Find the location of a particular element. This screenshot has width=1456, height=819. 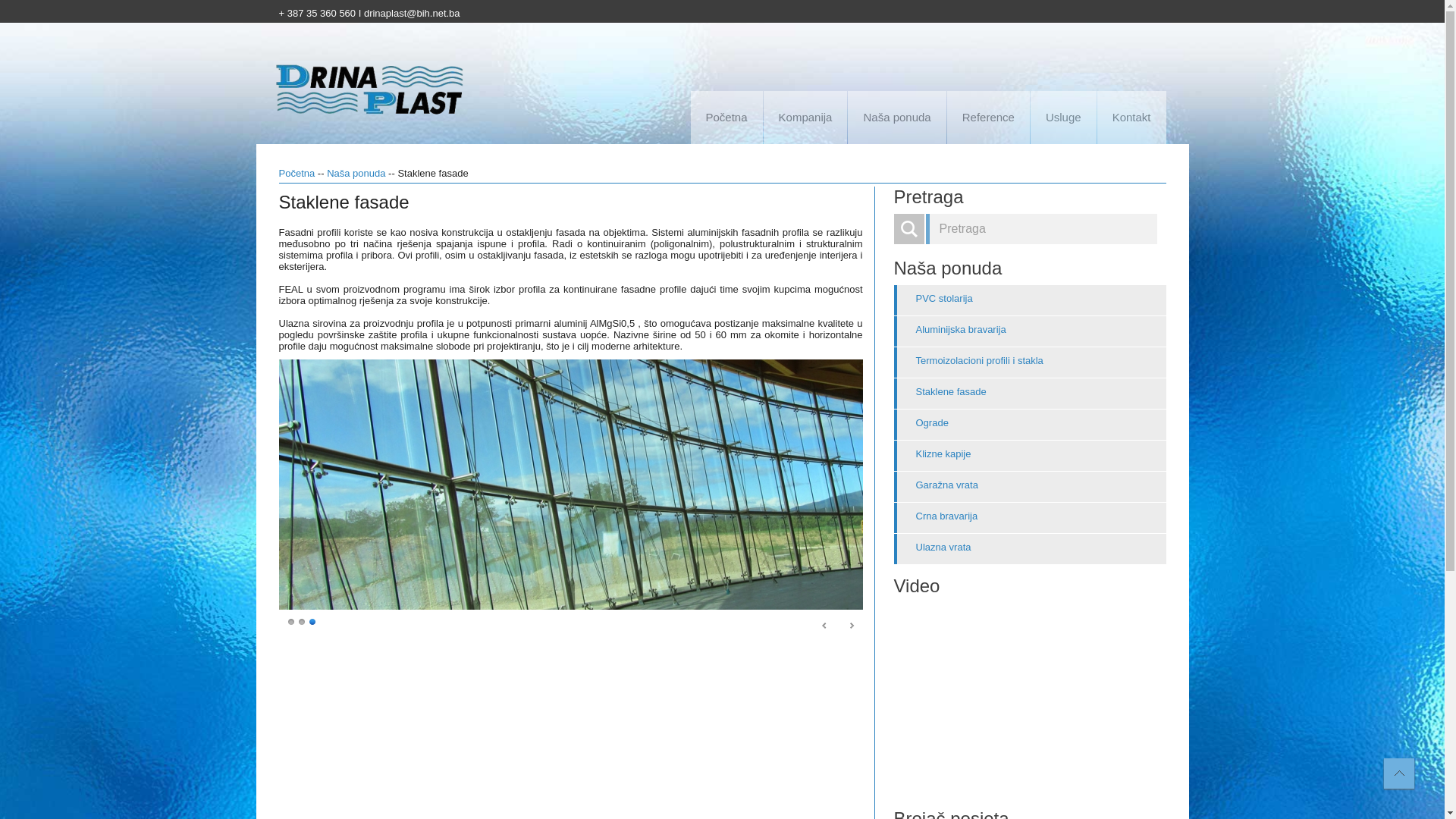

'2' is located at coordinates (298, 620).